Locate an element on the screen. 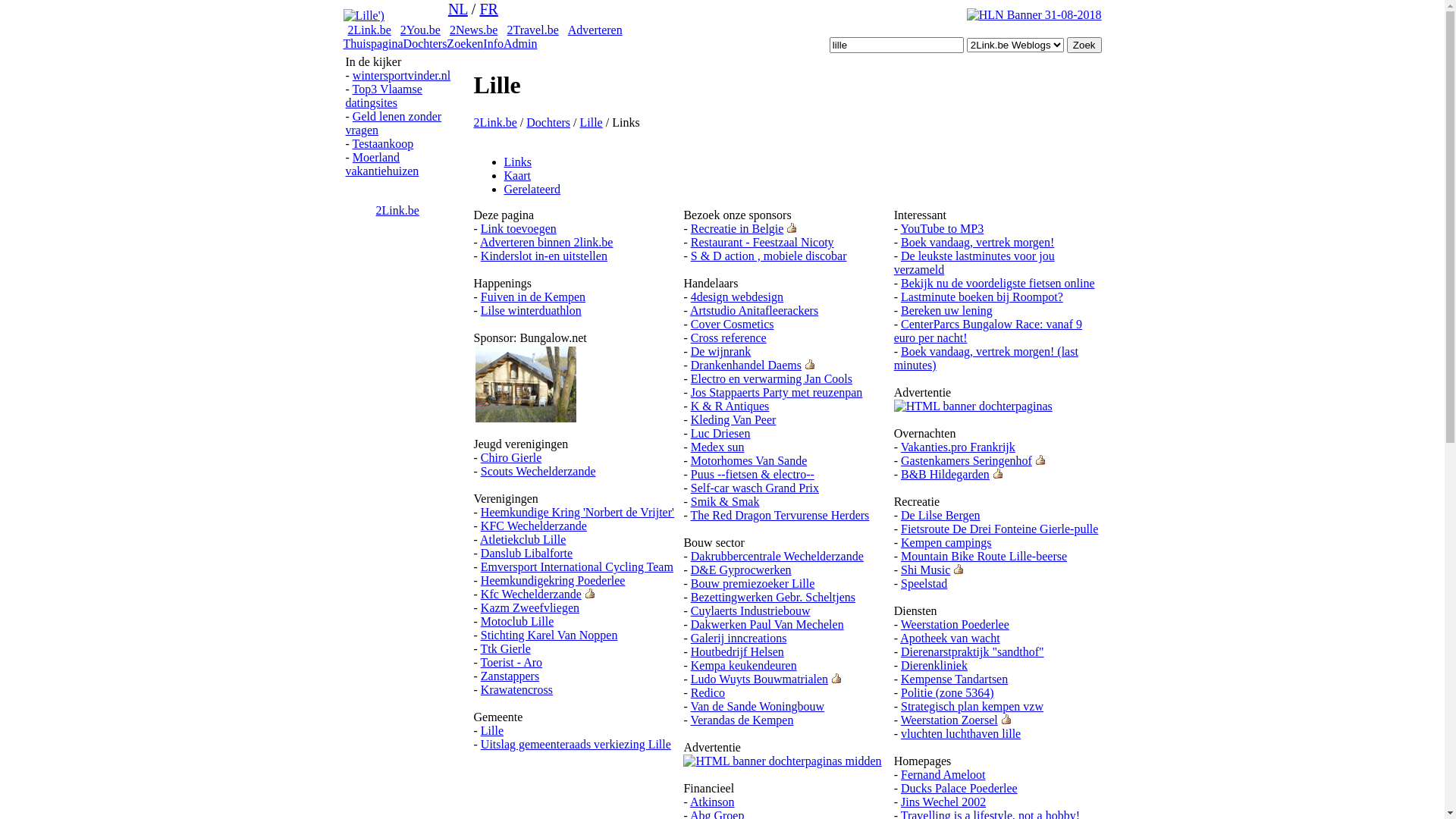  '2You.be' is located at coordinates (400, 30).